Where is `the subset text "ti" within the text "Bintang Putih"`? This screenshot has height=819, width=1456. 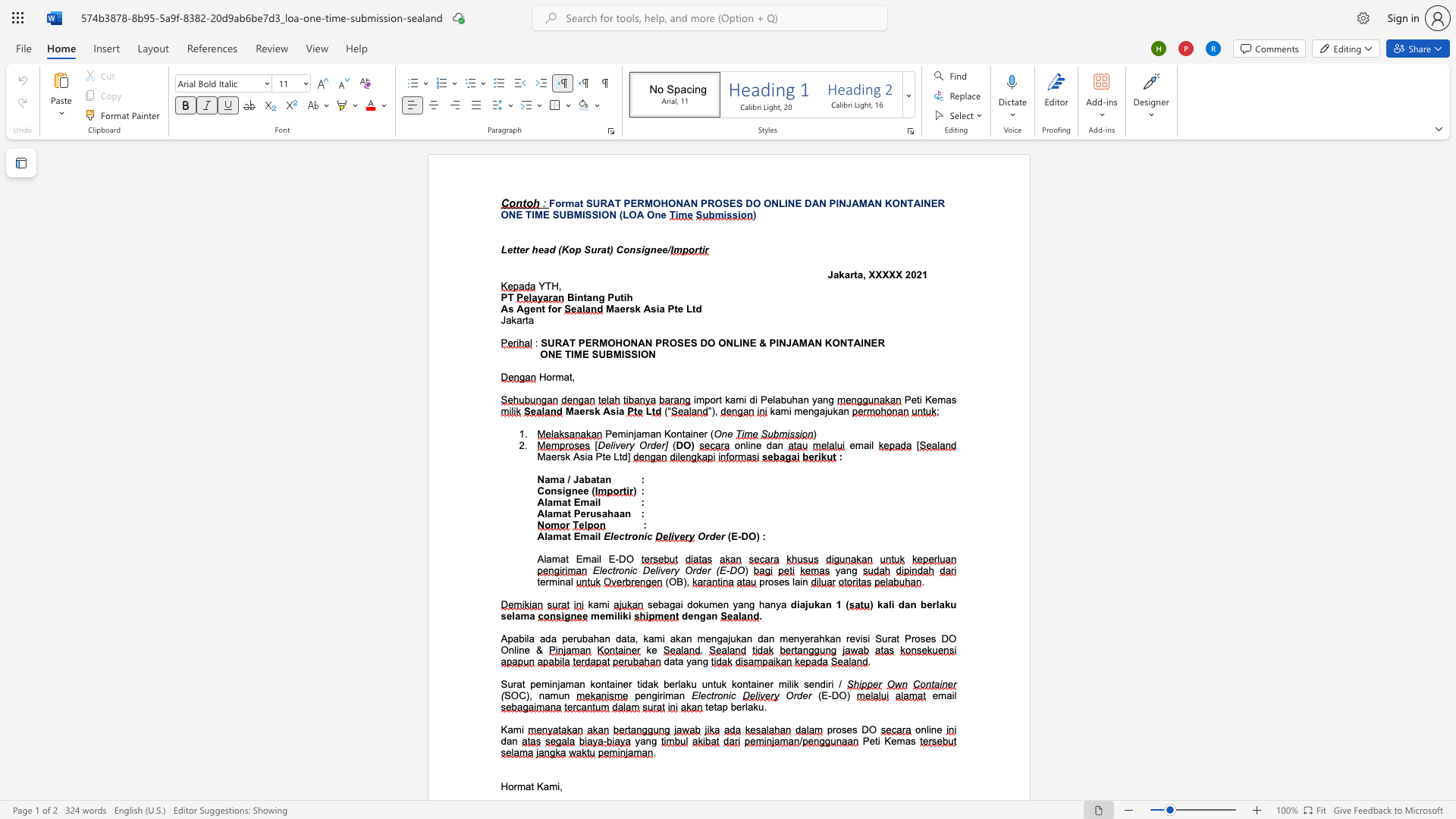
the subset text "ti" within the text "Bintang Putih" is located at coordinates (620, 297).